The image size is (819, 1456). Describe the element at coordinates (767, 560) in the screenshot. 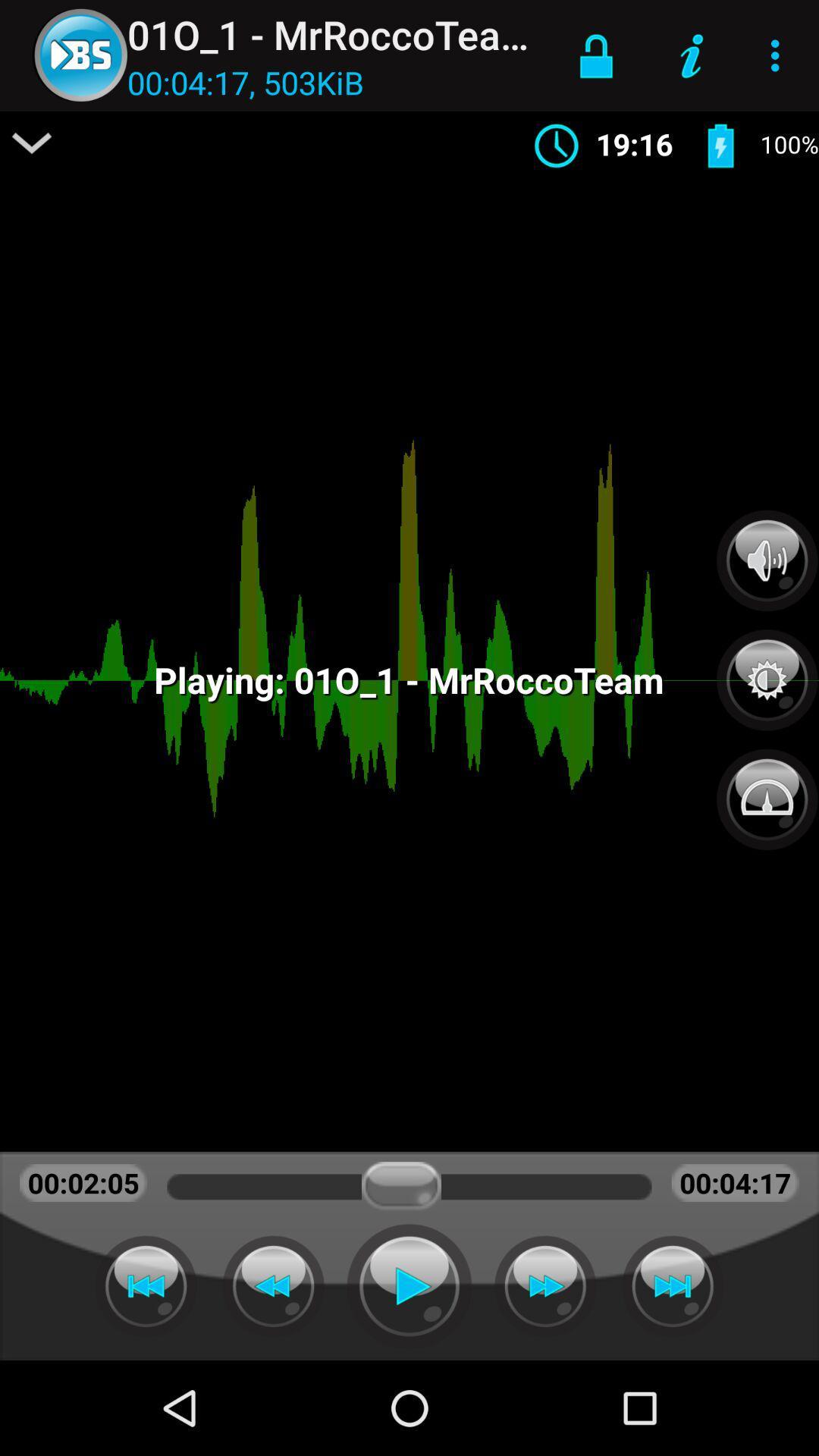

I see `adjust sound` at that location.